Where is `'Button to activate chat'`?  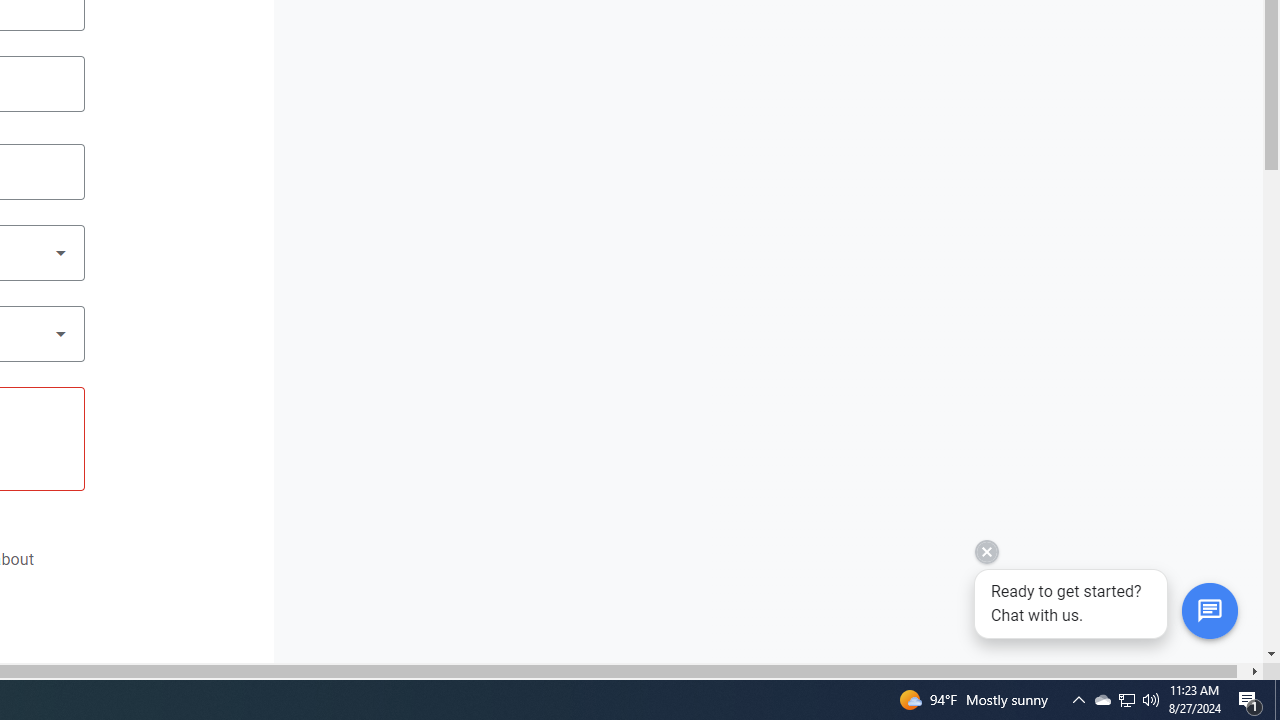
'Button to activate chat' is located at coordinates (1208, 610).